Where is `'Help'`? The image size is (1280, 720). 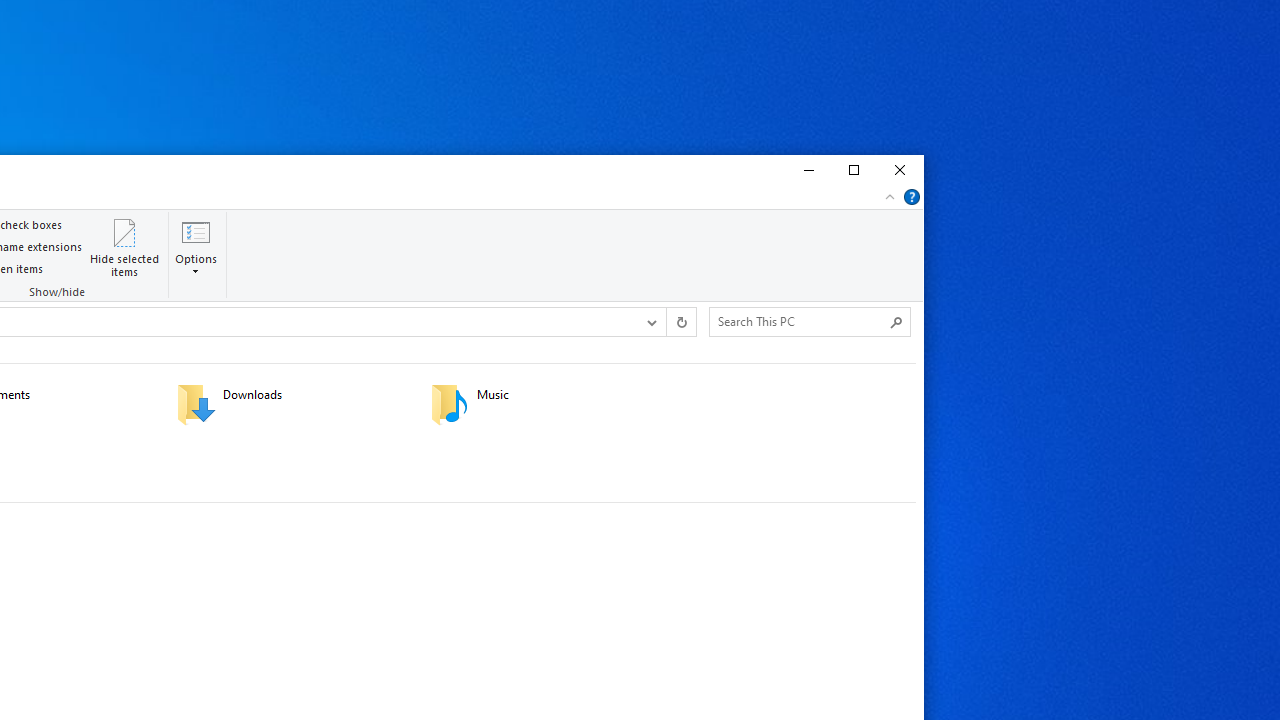
'Help' is located at coordinates (911, 196).